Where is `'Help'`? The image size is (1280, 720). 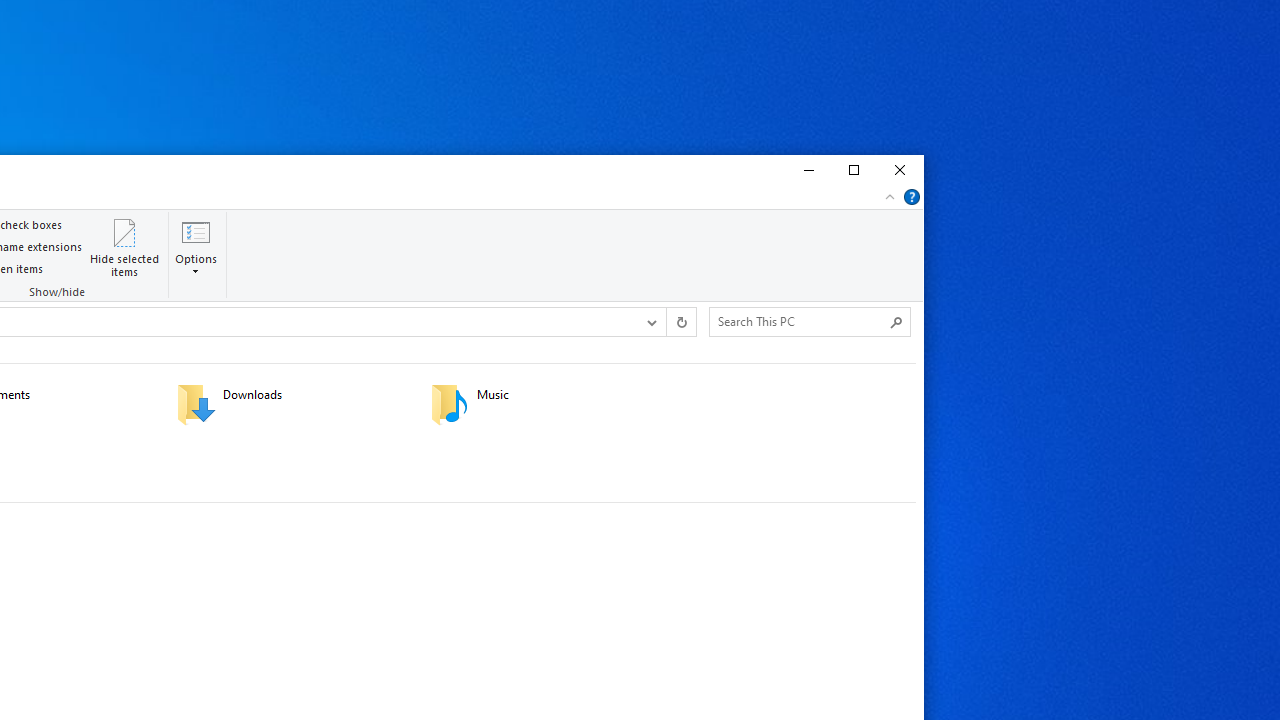
'Help' is located at coordinates (911, 196).